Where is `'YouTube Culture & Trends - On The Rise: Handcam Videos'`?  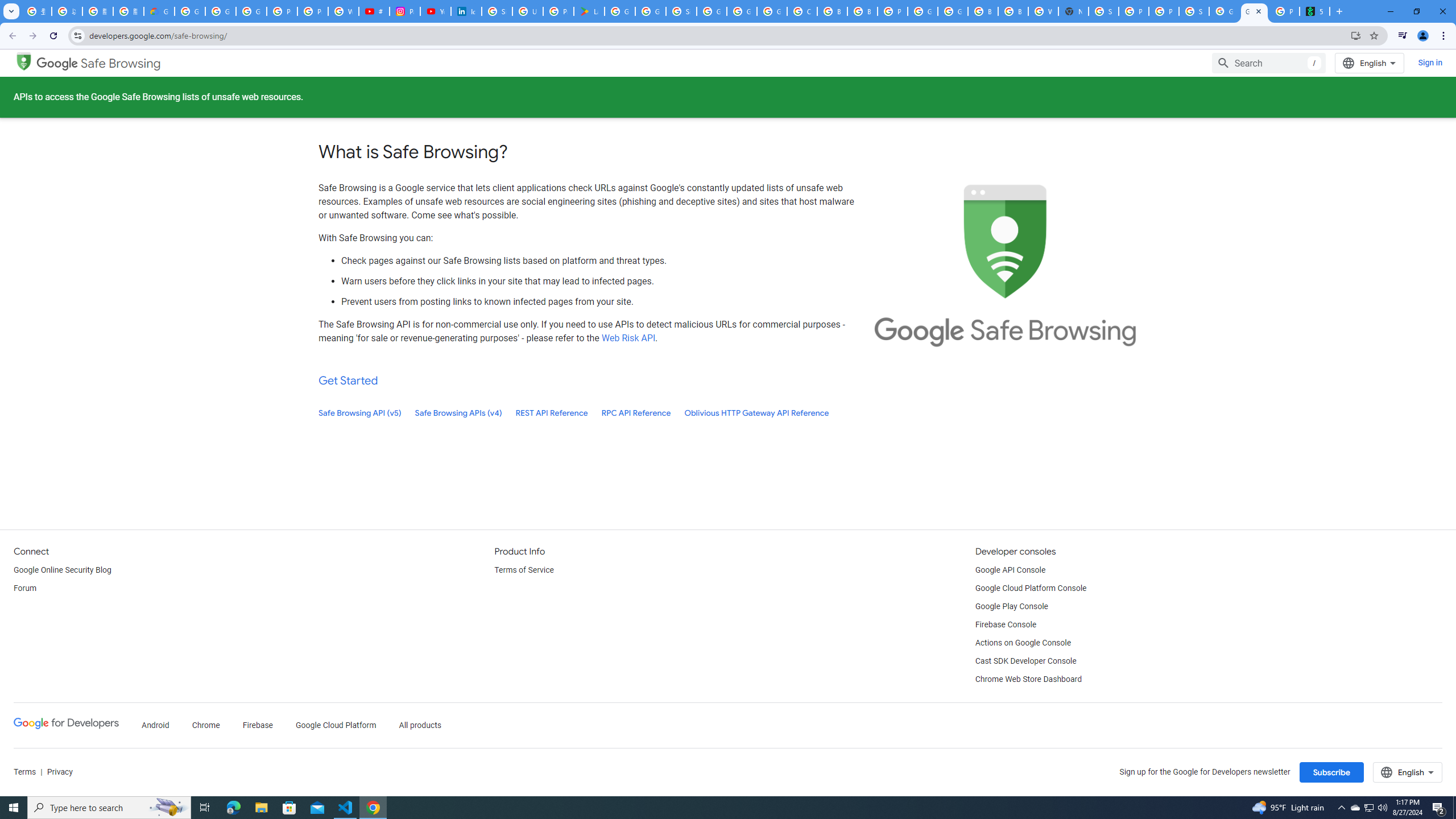 'YouTube Culture & Trends - On The Rise: Handcam Videos' is located at coordinates (435, 11).